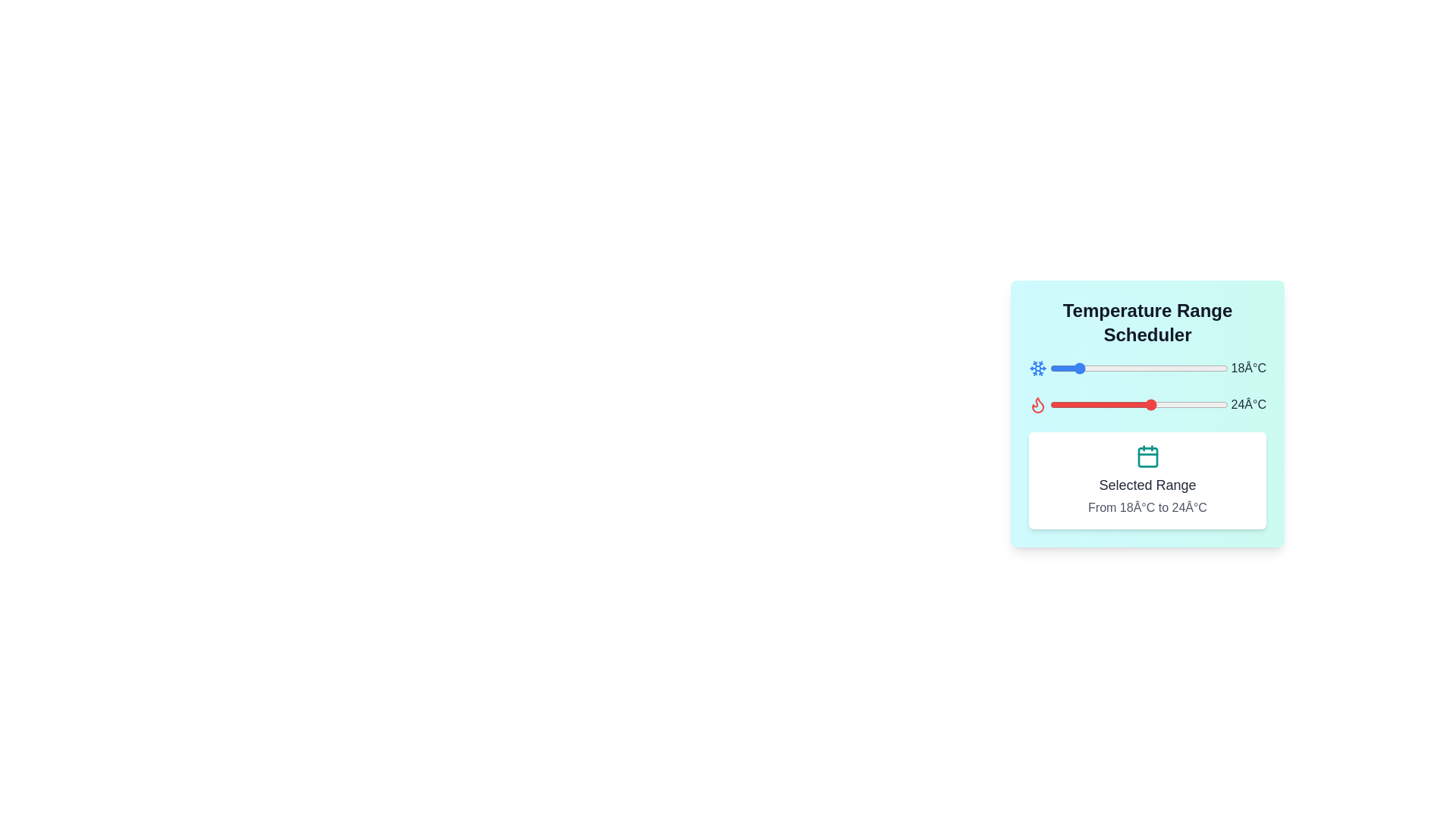 This screenshot has width=1456, height=819. I want to click on the temperature, so click(1062, 403).